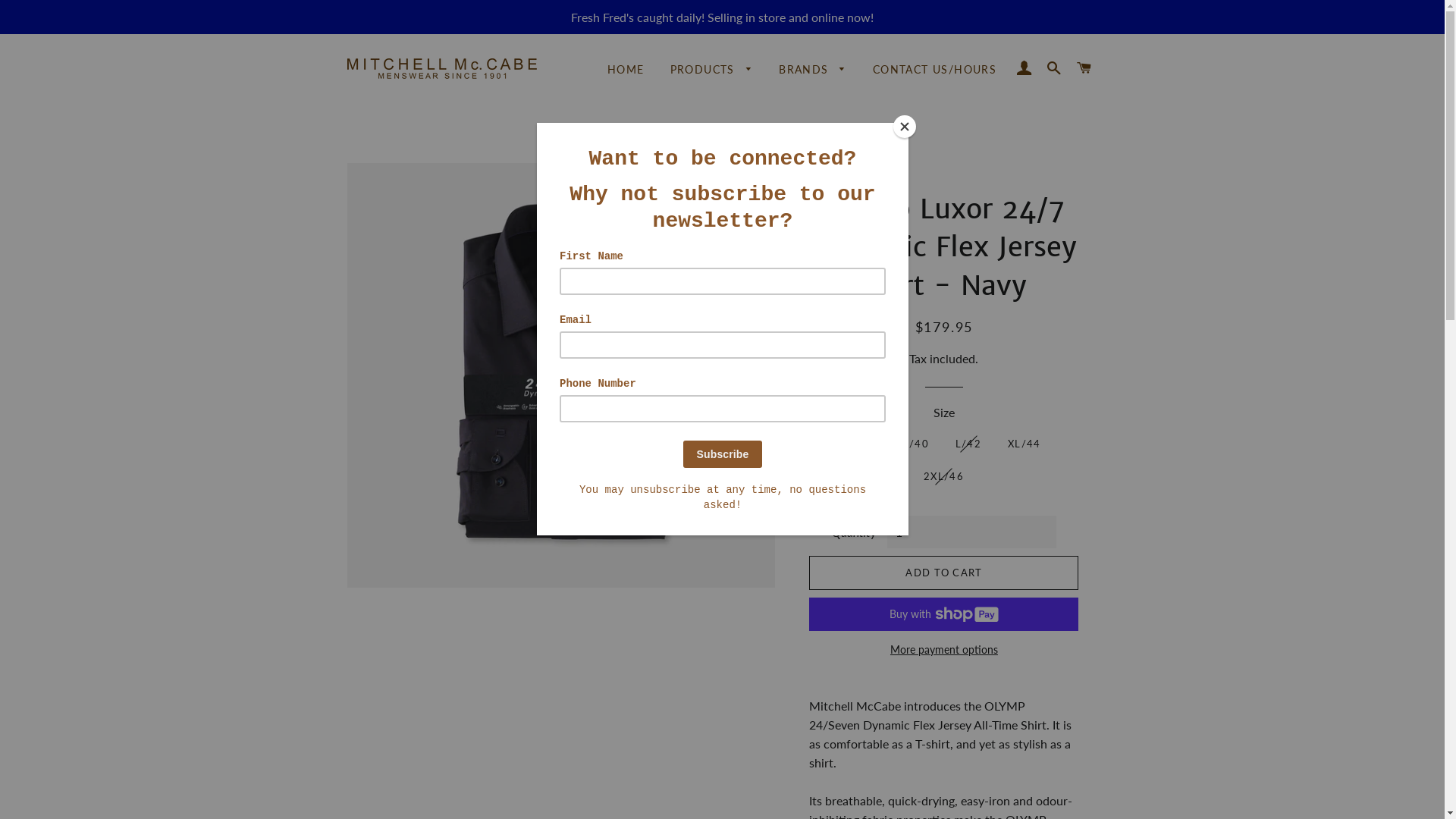 The image size is (1456, 819). I want to click on 'BRANDS', so click(811, 70).